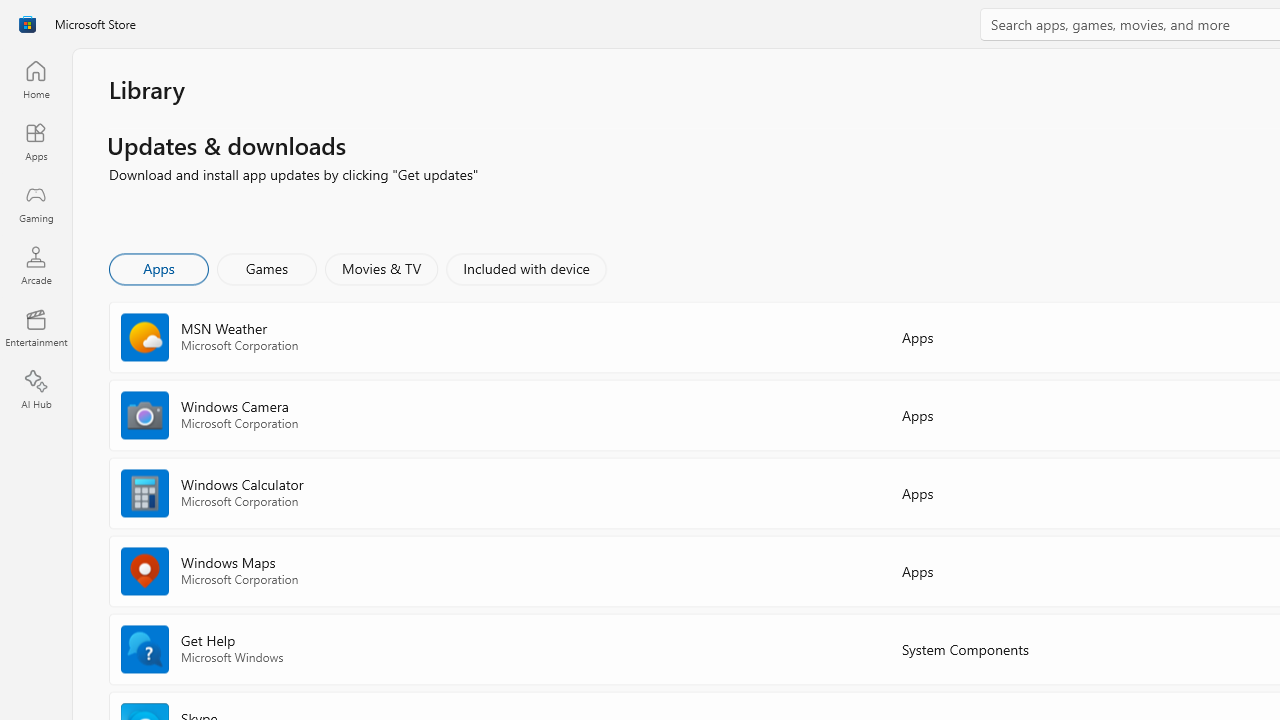 The width and height of the screenshot is (1280, 720). What do you see at coordinates (35, 78) in the screenshot?
I see `'Home'` at bounding box center [35, 78].